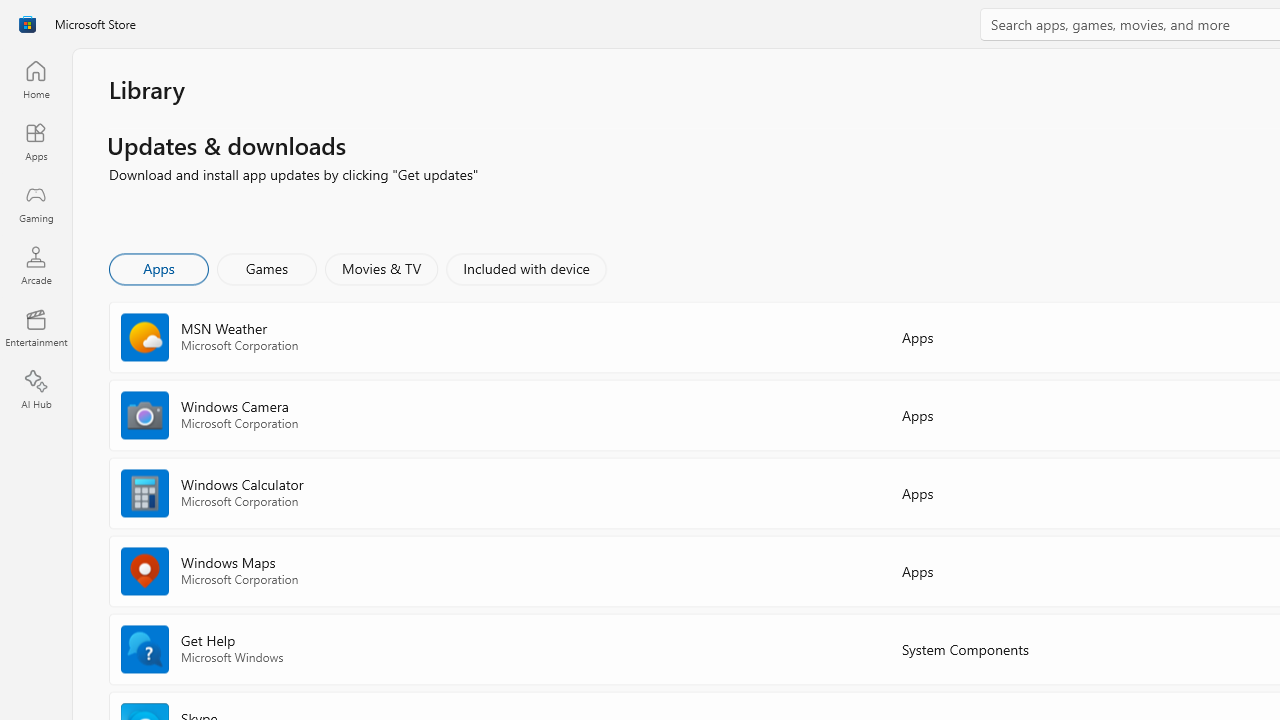 The width and height of the screenshot is (1280, 720). What do you see at coordinates (35, 78) in the screenshot?
I see `'Home'` at bounding box center [35, 78].